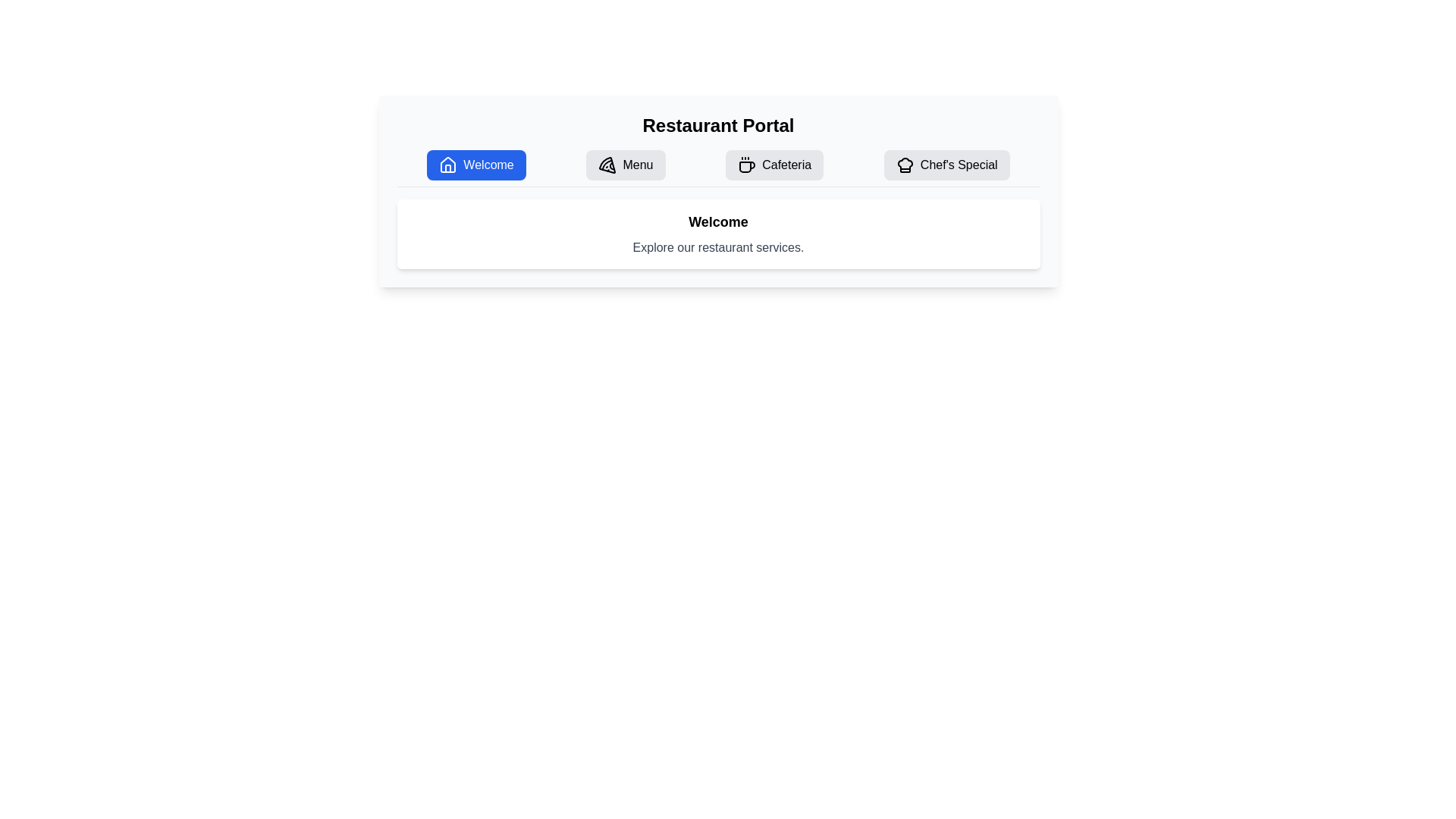 The image size is (1456, 819). Describe the element at coordinates (488, 165) in the screenshot. I see `text of the navigation label that indicates its function to navigate to the Welcome section, which is the text content of the leftmost button in the top navigation bar, located to the right of a house icon` at that location.